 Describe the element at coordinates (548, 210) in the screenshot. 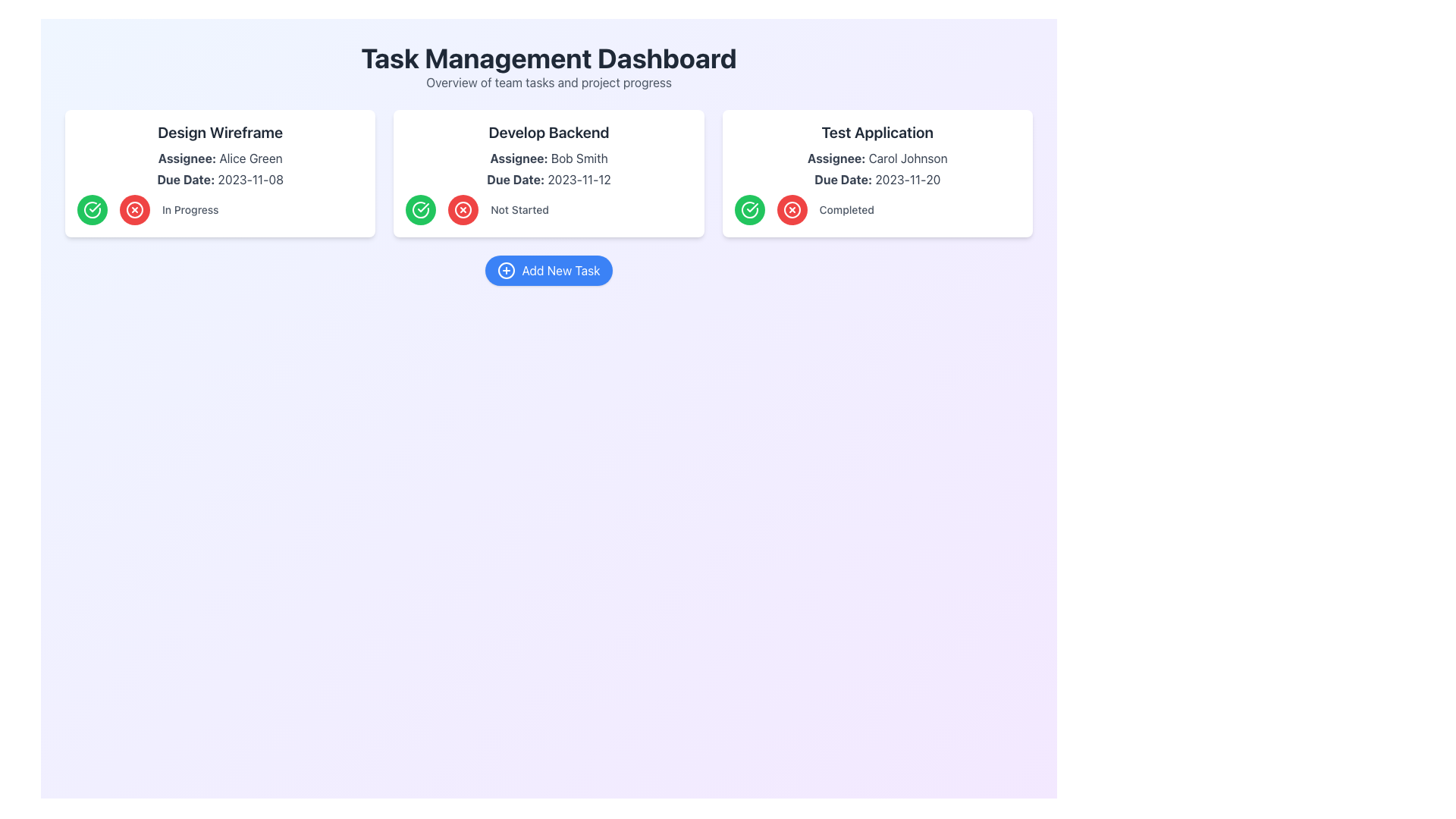

I see `the 'Not Started' label located beneath the due date in the 'Develop Backend' task card, positioned between a green checkmark and a red cross button` at that location.